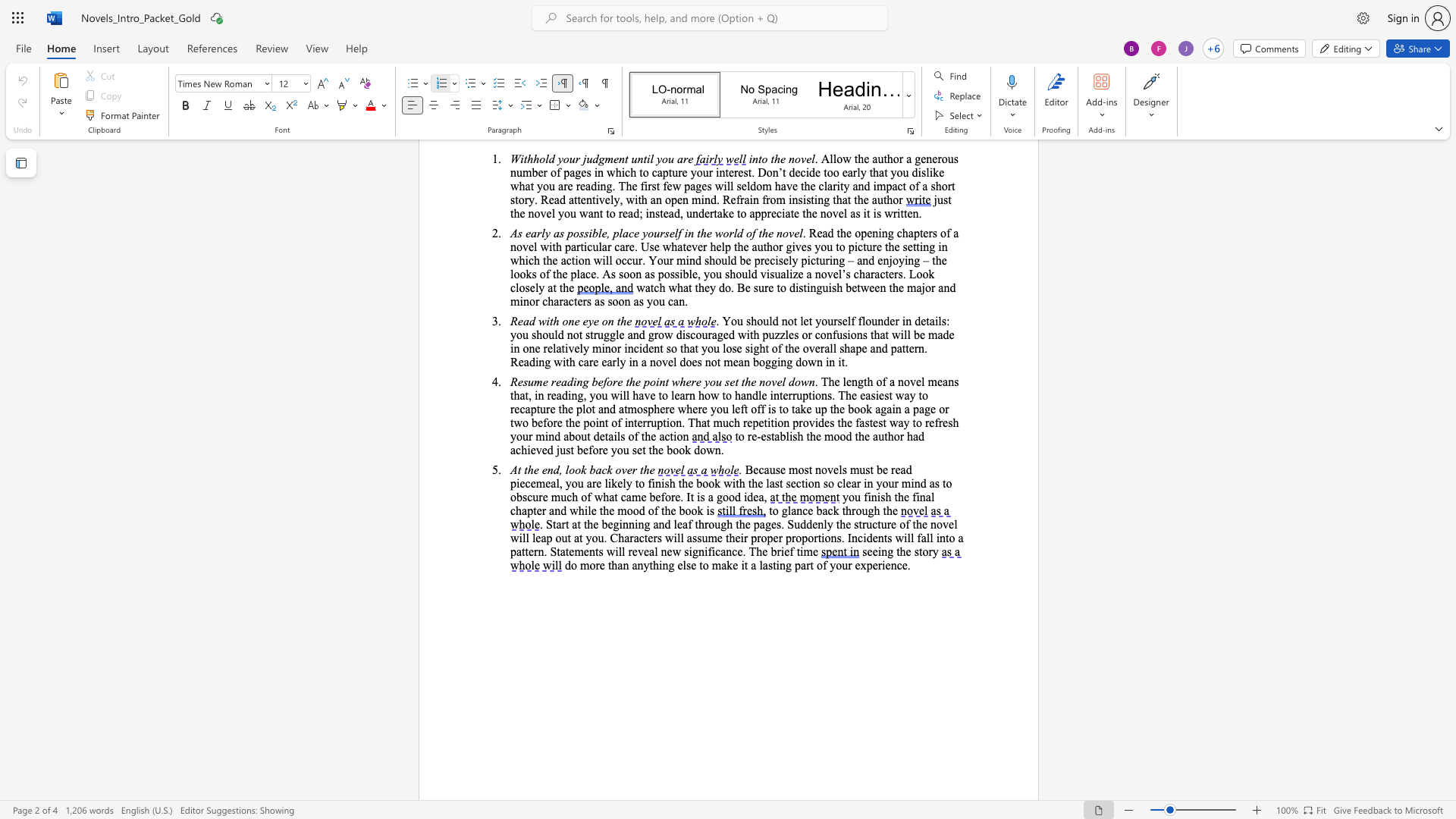 The height and width of the screenshot is (819, 1456). Describe the element at coordinates (792, 436) in the screenshot. I see `the space between the continuous character "i" and "s" in the text` at that location.